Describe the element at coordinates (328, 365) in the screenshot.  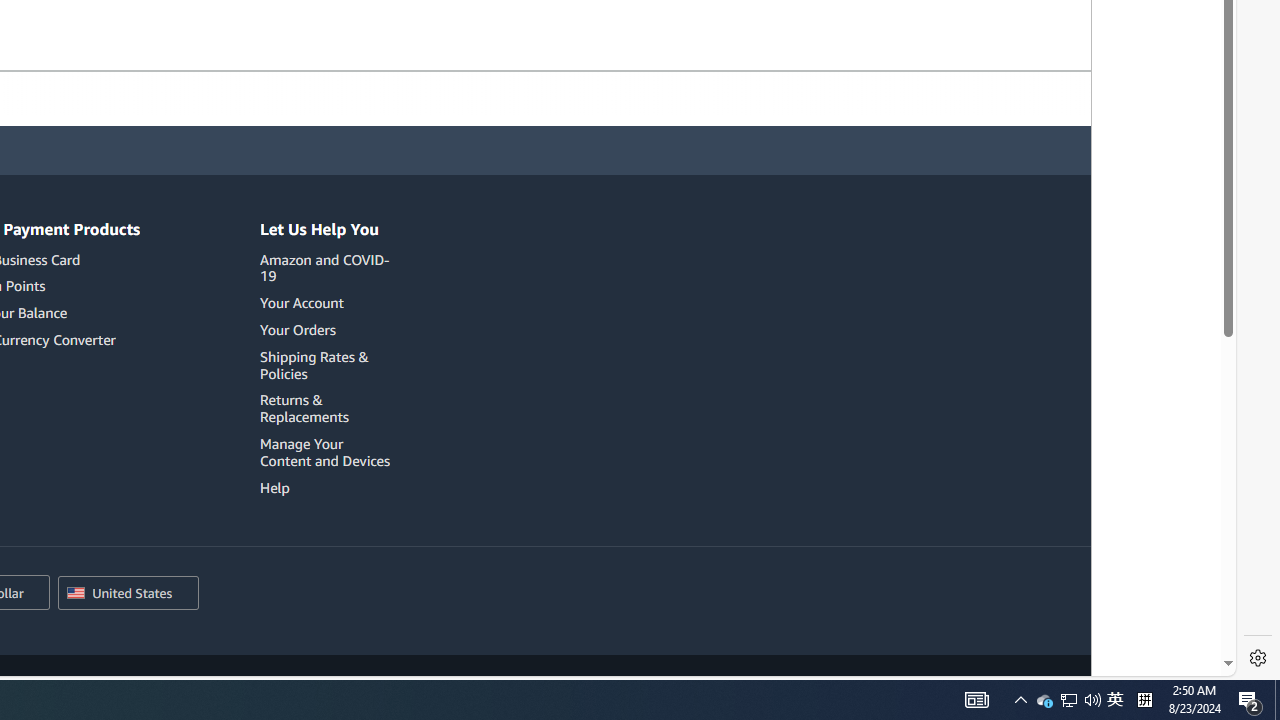
I see `'Shipping Rates & Policies'` at that location.